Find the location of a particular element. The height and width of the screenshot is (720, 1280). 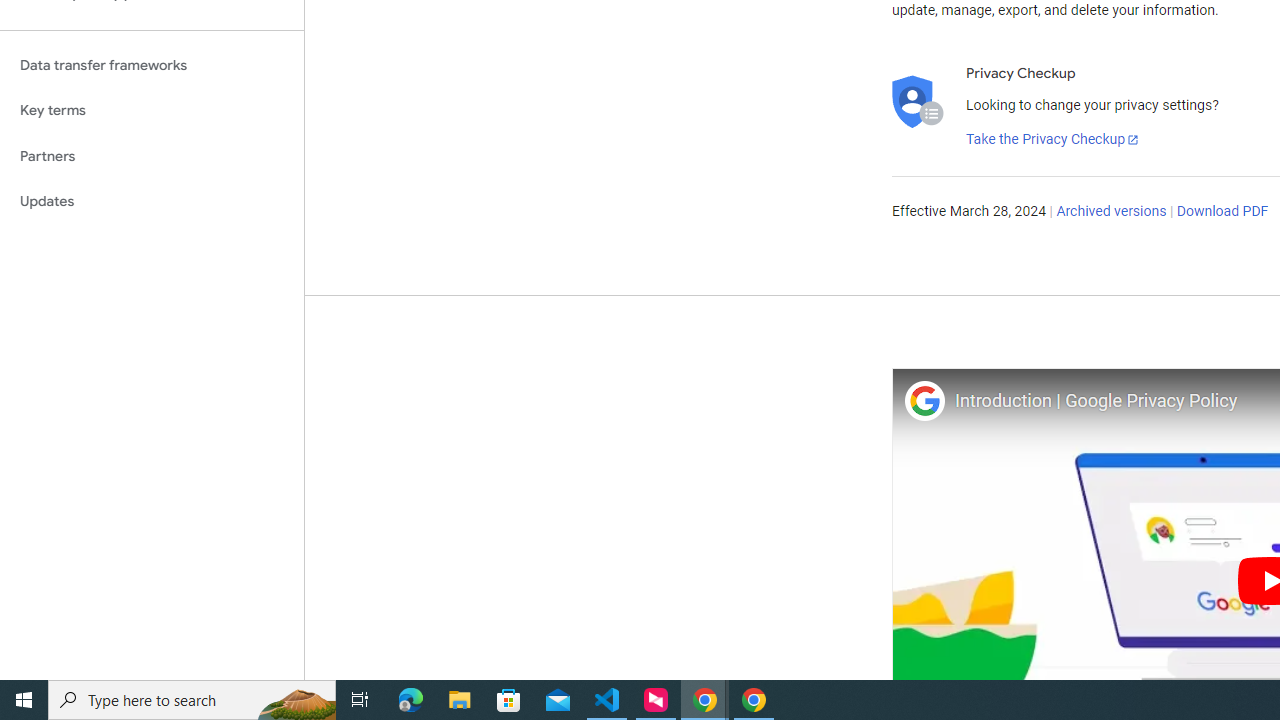

'Archived versions' is located at coordinates (1110, 212).